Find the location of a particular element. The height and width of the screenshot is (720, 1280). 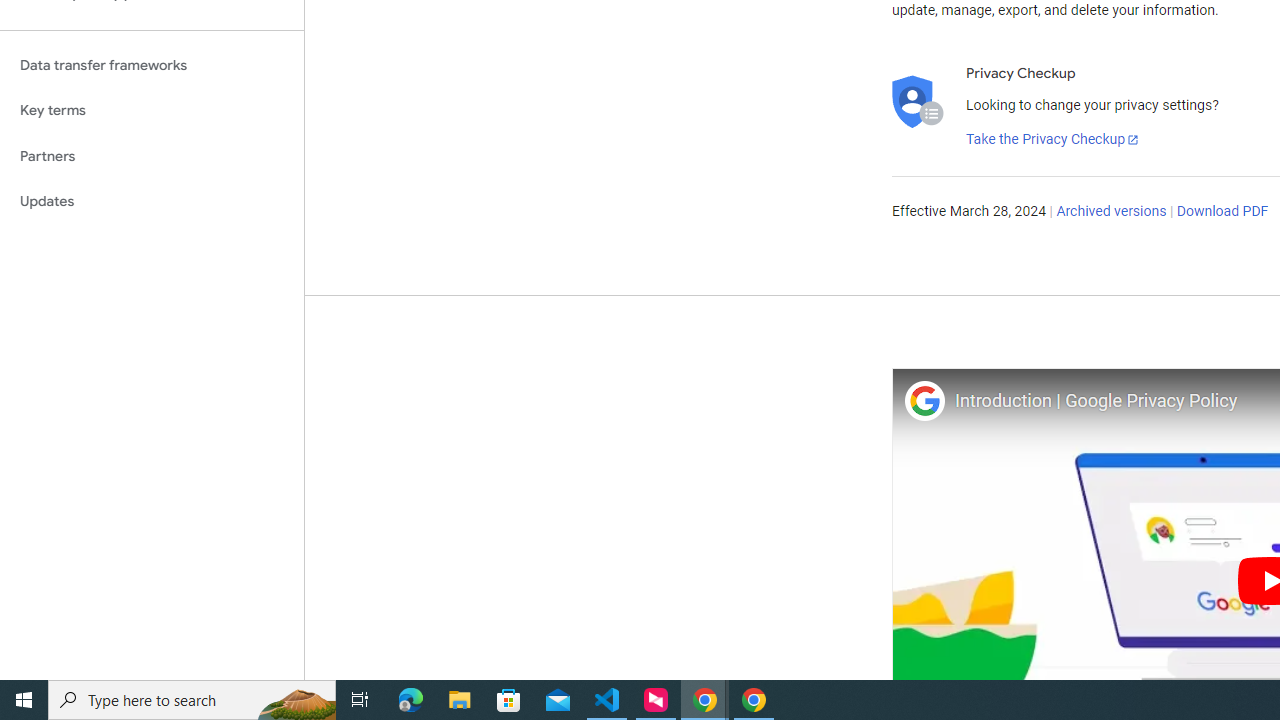

'Archived versions' is located at coordinates (1110, 212).